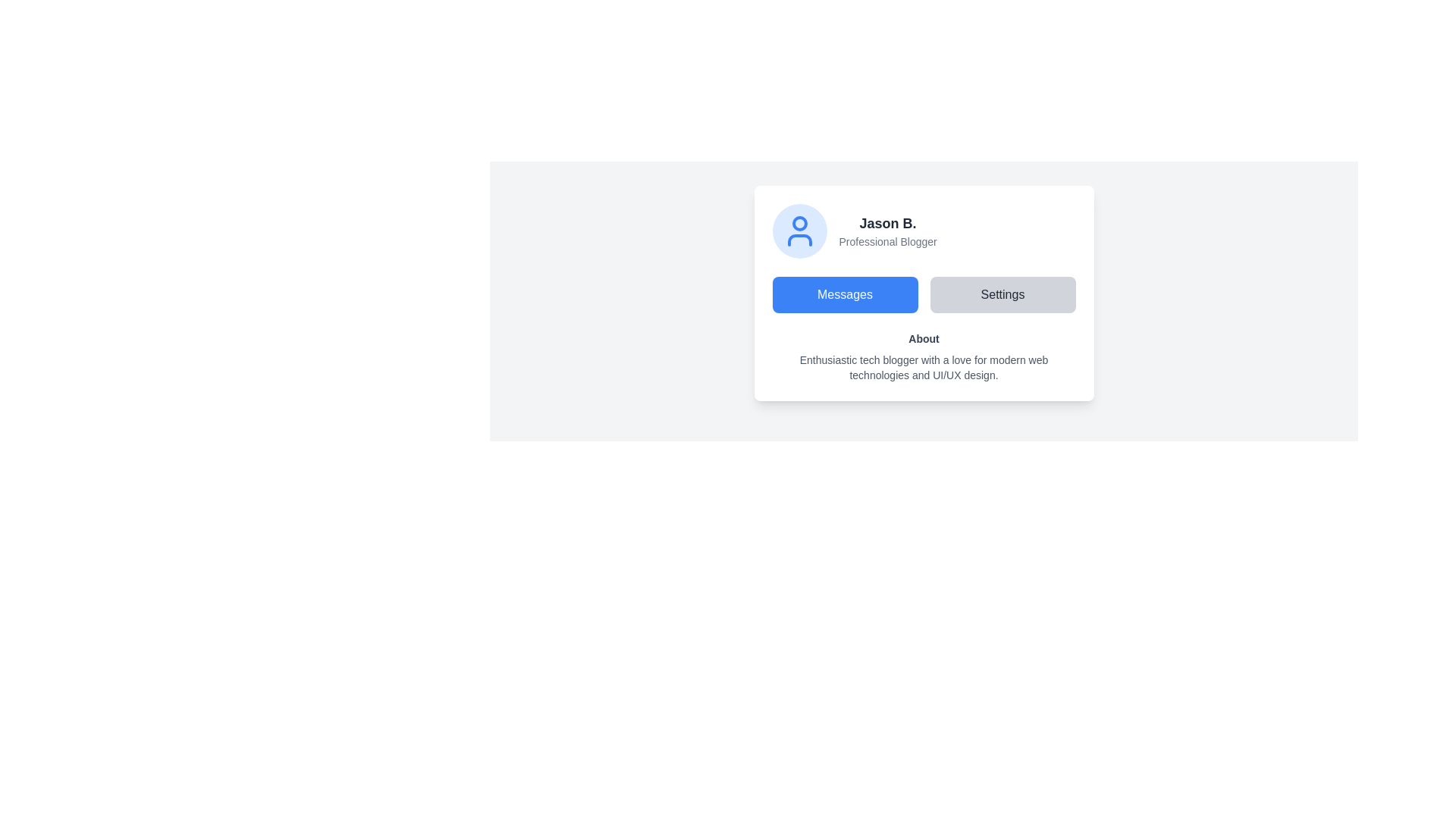 This screenshot has height=819, width=1456. Describe the element at coordinates (799, 223) in the screenshot. I see `the circular element representing the head area of the user profile icon located at the top-left portion of the card` at that location.